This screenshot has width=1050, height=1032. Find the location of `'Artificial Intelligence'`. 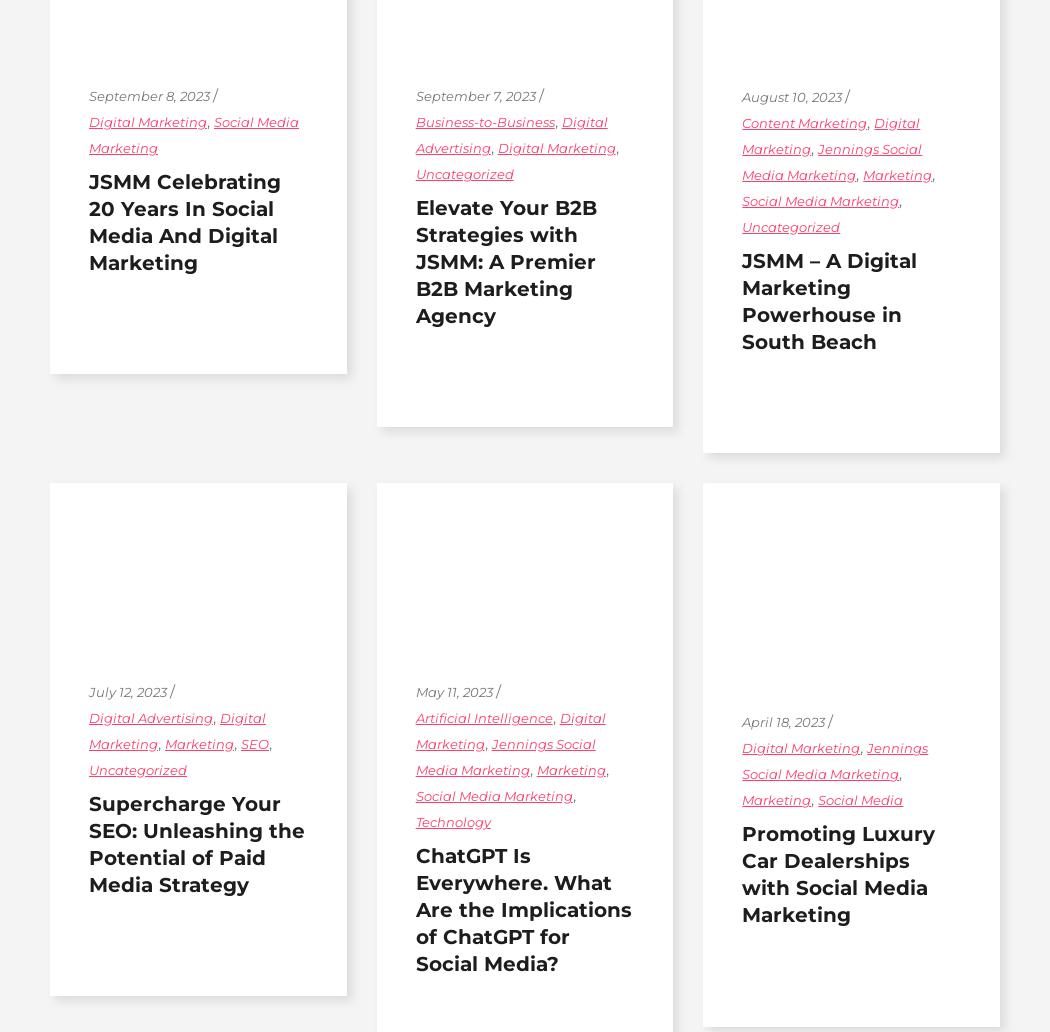

'Artificial Intelligence' is located at coordinates (413, 716).